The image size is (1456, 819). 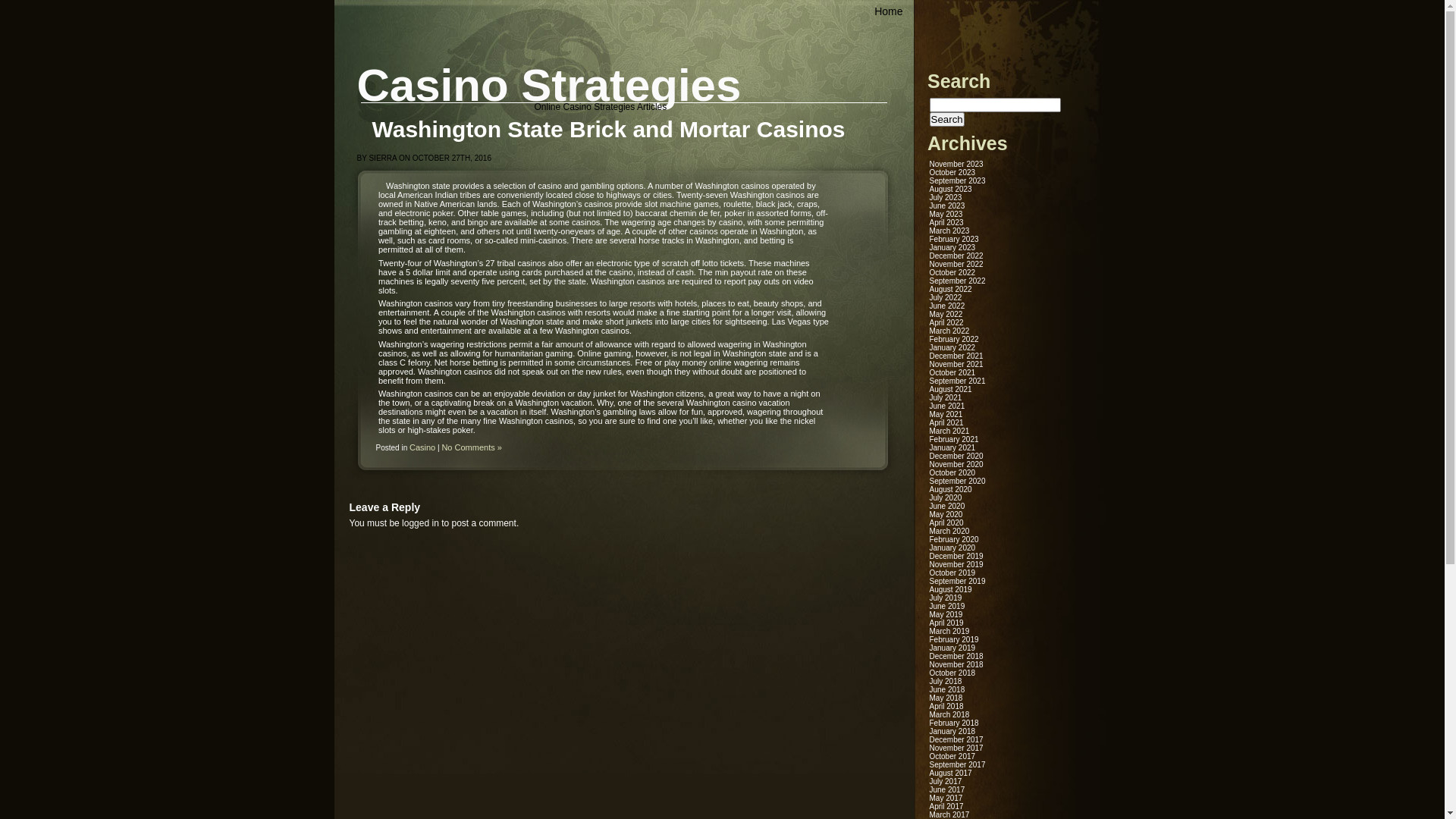 What do you see at coordinates (946, 789) in the screenshot?
I see `'June 2017'` at bounding box center [946, 789].